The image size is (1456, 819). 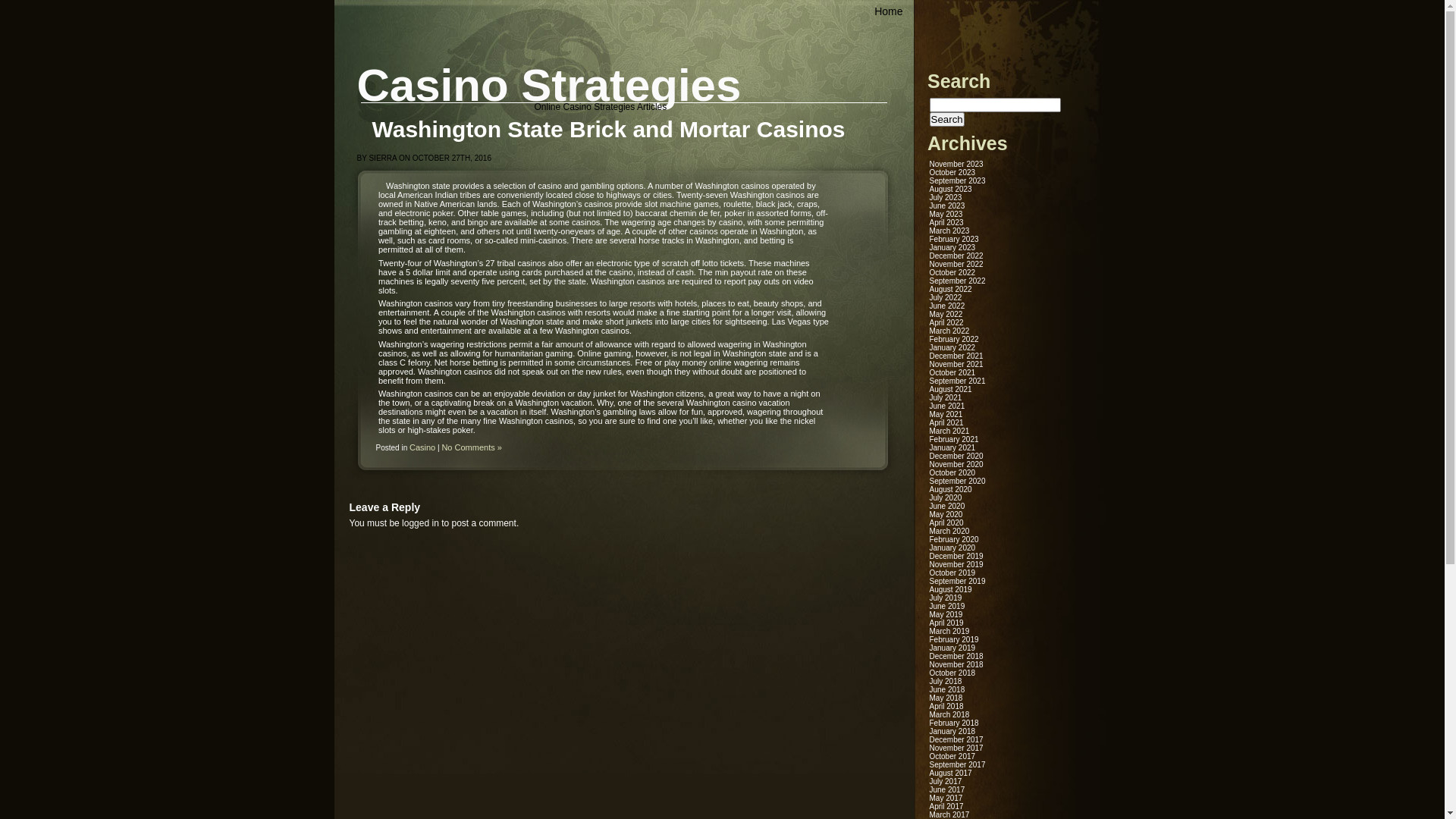 What do you see at coordinates (946, 789) in the screenshot?
I see `'June 2017'` at bounding box center [946, 789].